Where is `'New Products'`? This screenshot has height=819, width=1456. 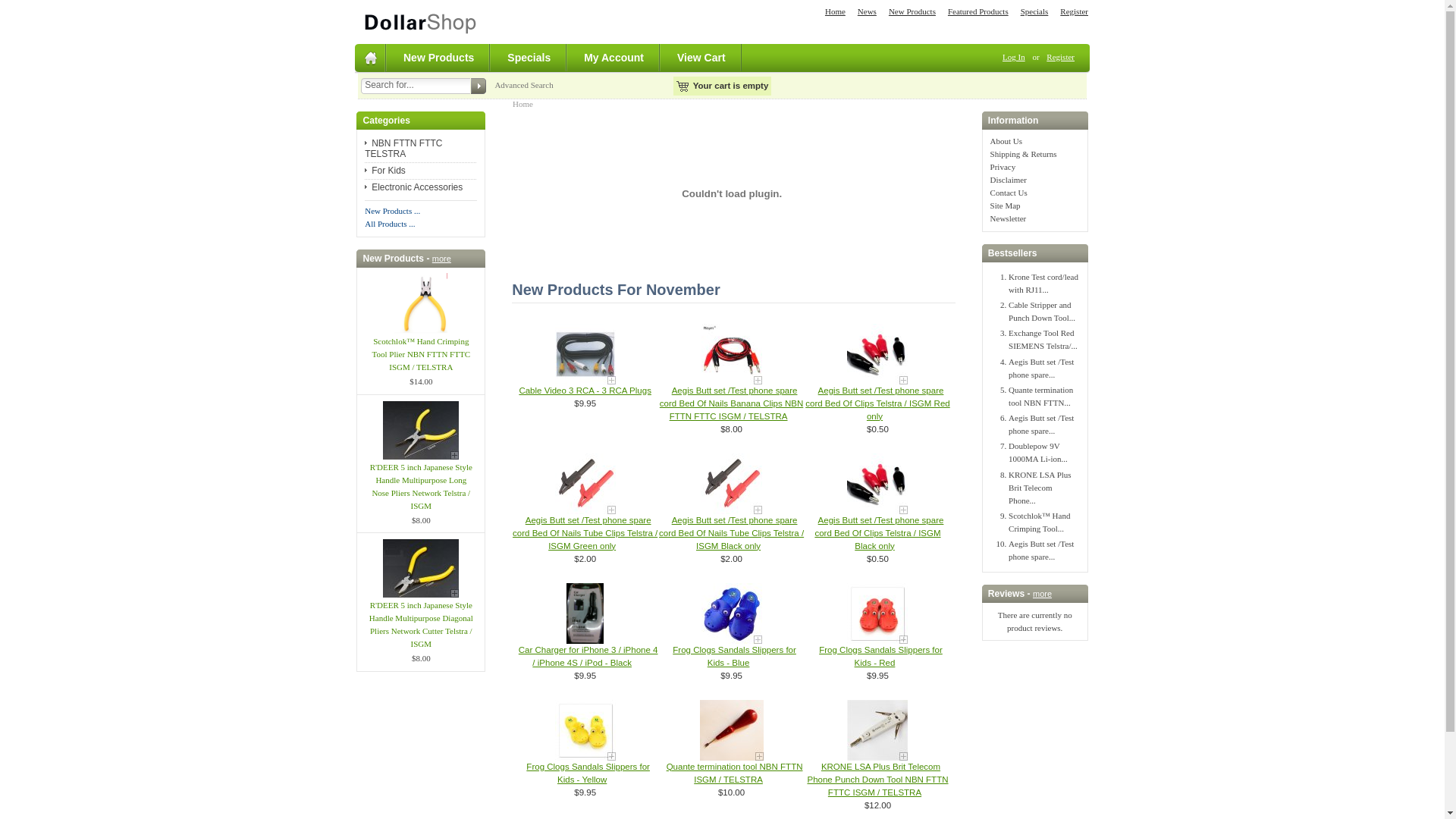 'New Products' is located at coordinates (438, 57).